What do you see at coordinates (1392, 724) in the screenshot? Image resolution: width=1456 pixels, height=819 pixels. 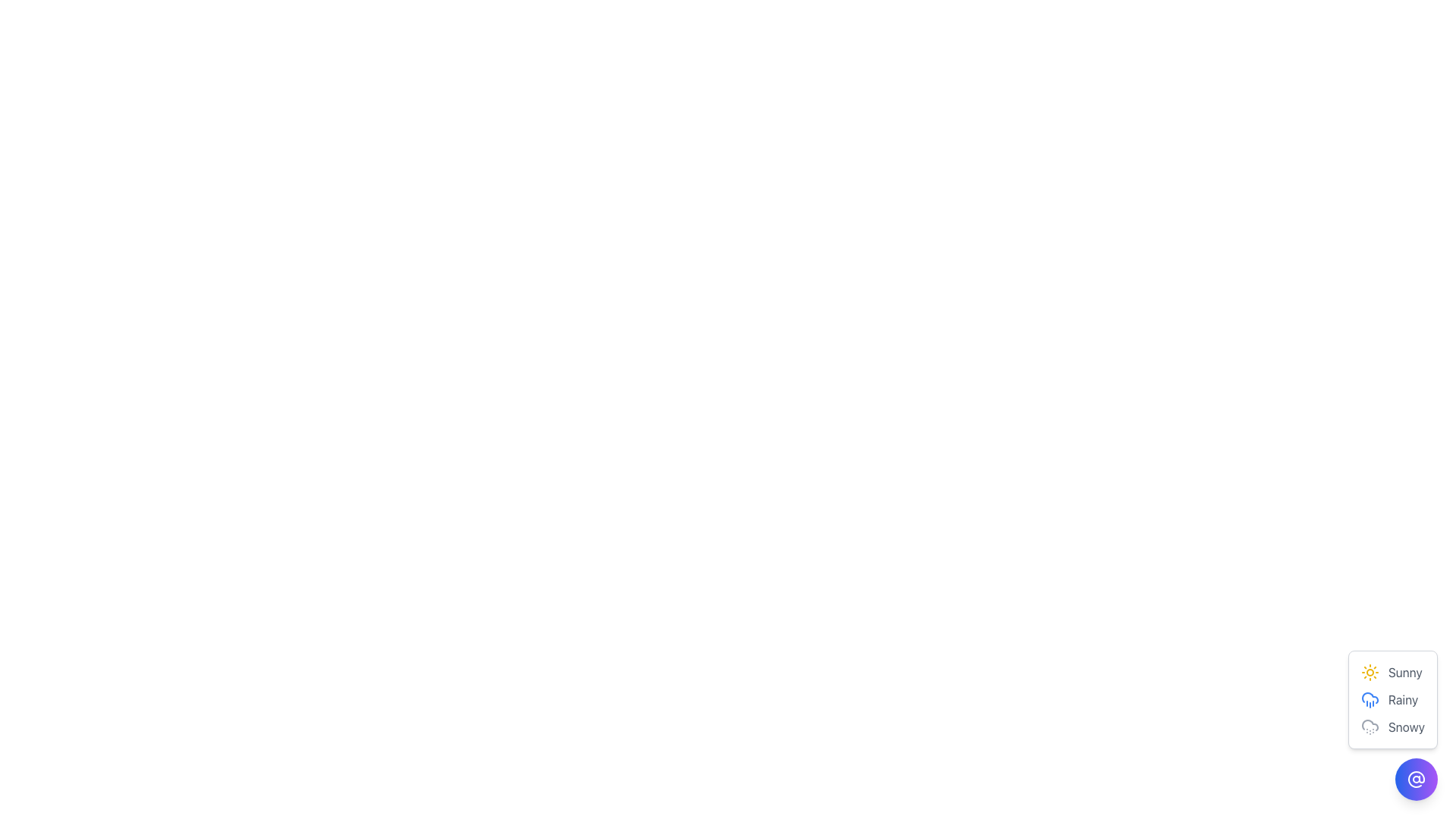 I see `the third list item representing the 'Snowy' weather condition` at bounding box center [1392, 724].